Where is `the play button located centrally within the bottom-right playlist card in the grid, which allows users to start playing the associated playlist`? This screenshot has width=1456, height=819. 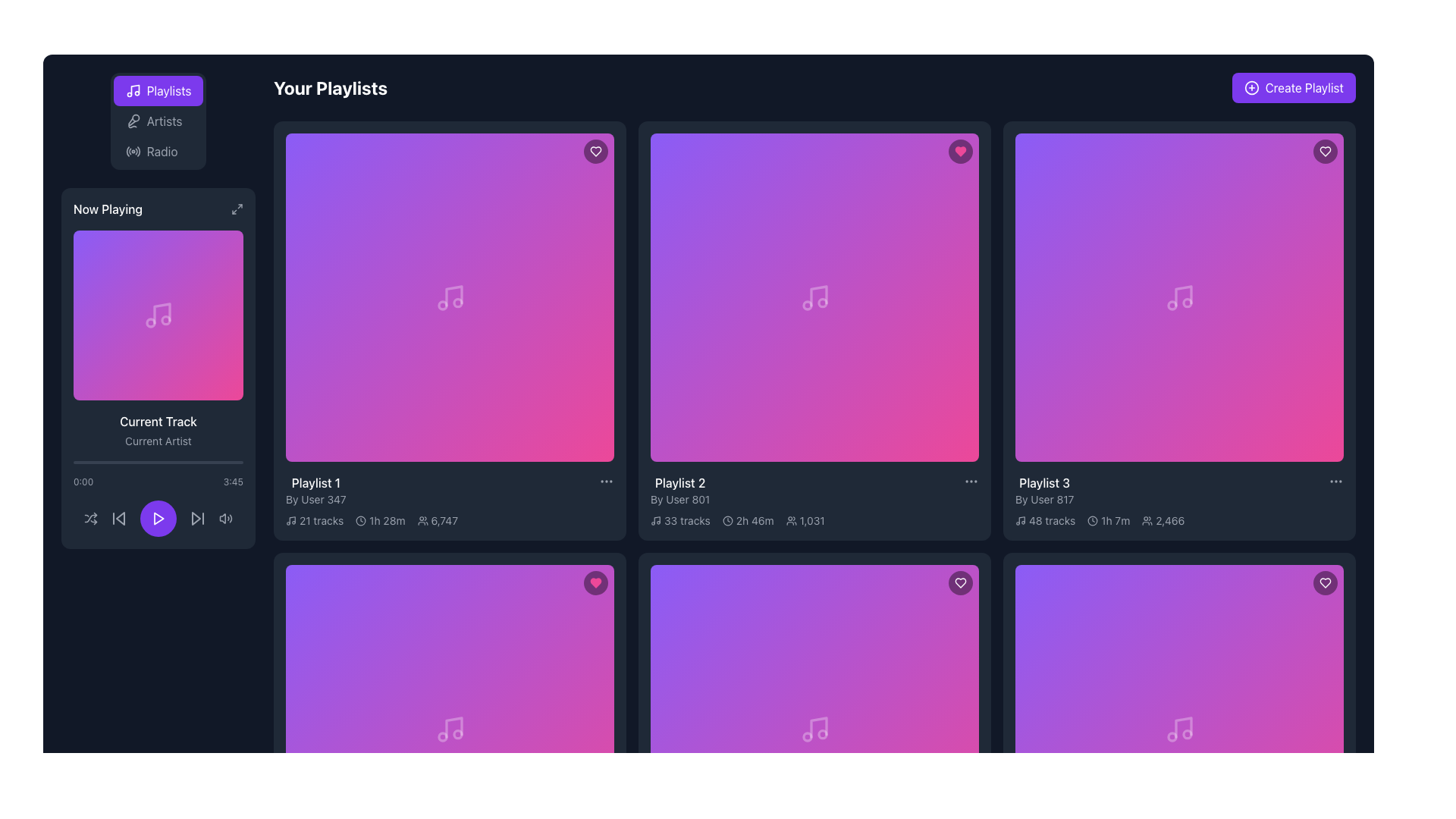
the play button located centrally within the bottom-right playlist card in the grid, which allows users to start playing the associated playlist is located at coordinates (1178, 728).